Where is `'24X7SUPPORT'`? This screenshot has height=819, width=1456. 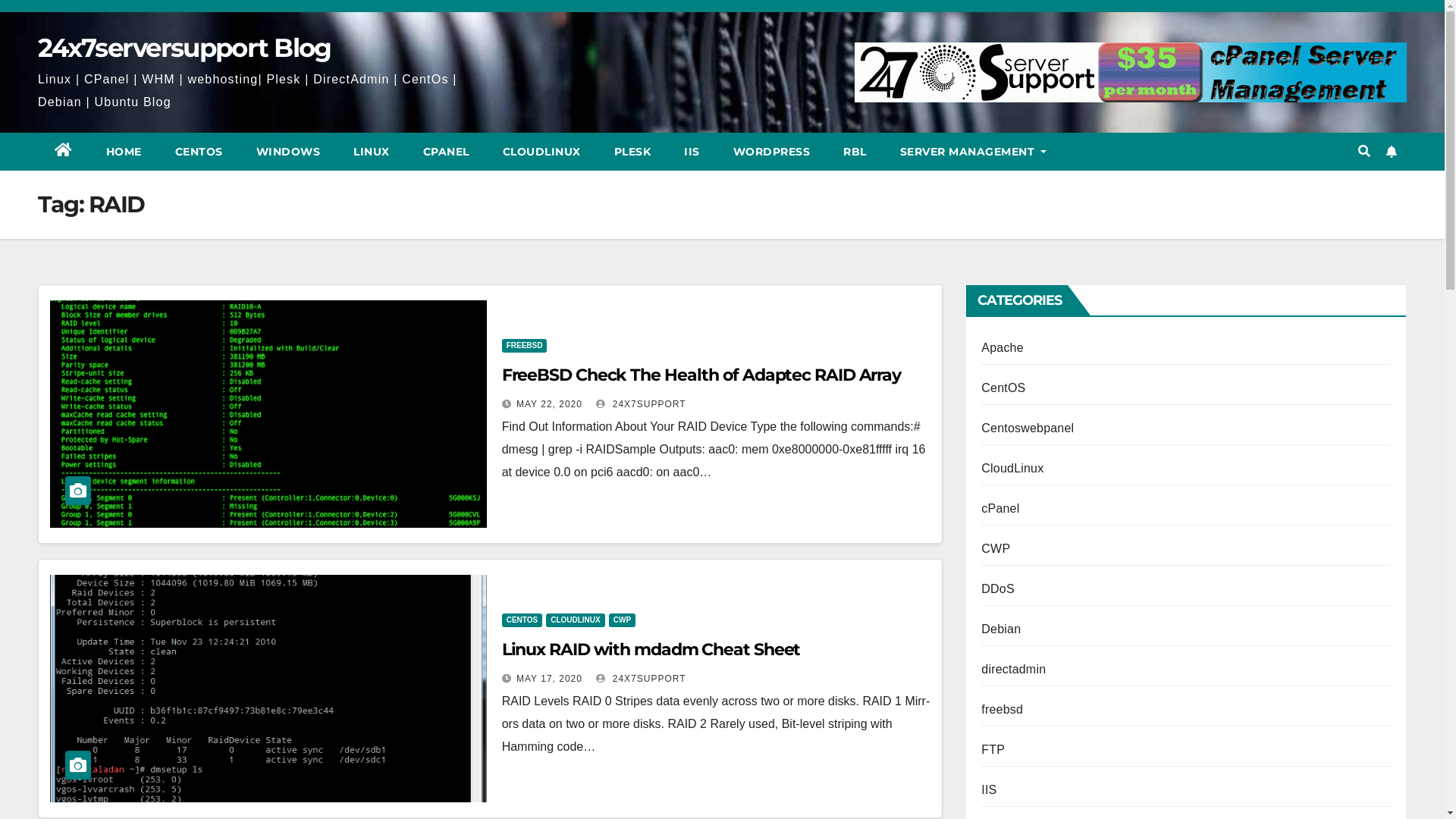
'24X7SUPPORT' is located at coordinates (595, 677).